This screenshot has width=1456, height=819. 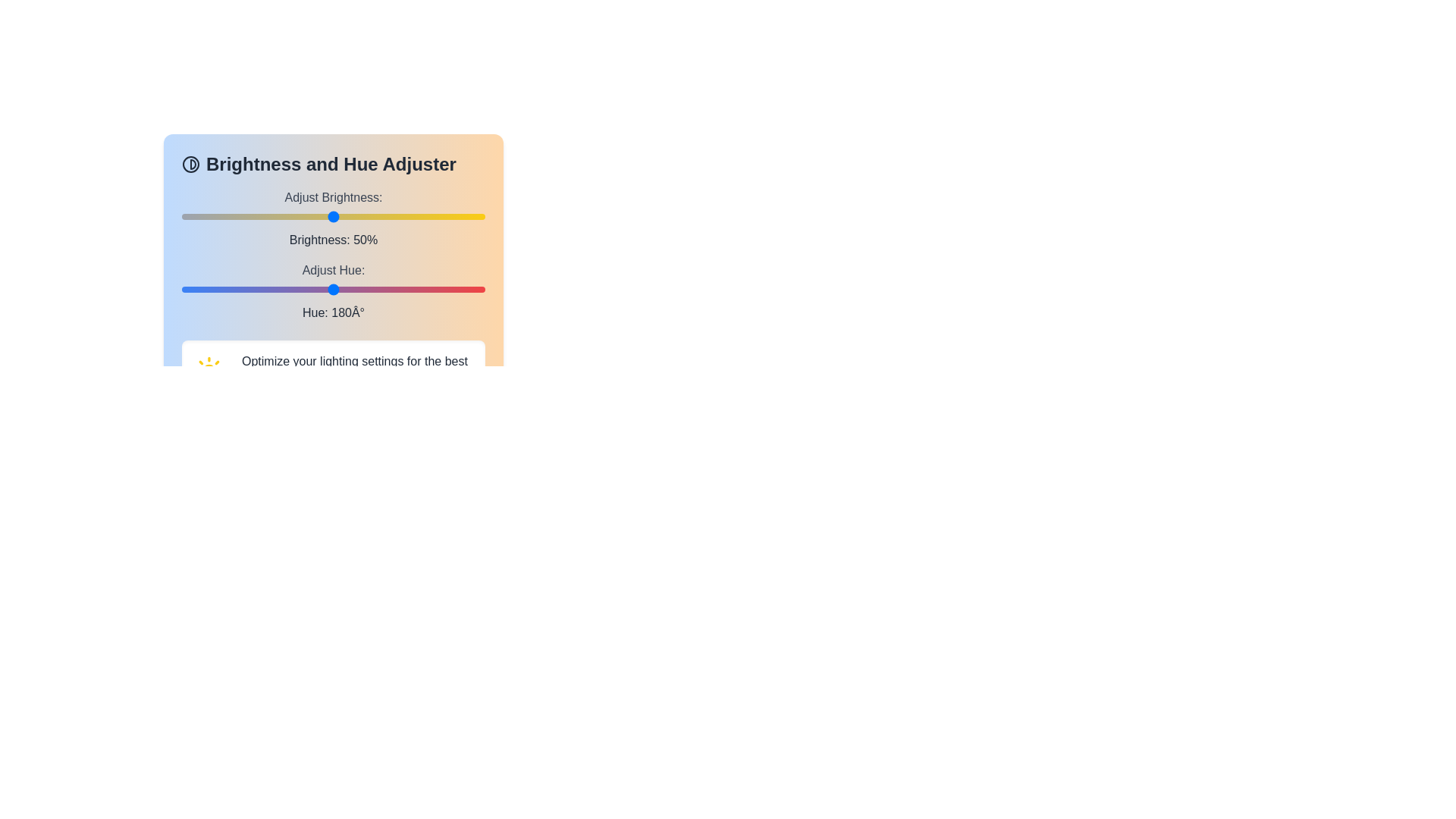 I want to click on the brightness slider to 33%, so click(x=282, y=216).